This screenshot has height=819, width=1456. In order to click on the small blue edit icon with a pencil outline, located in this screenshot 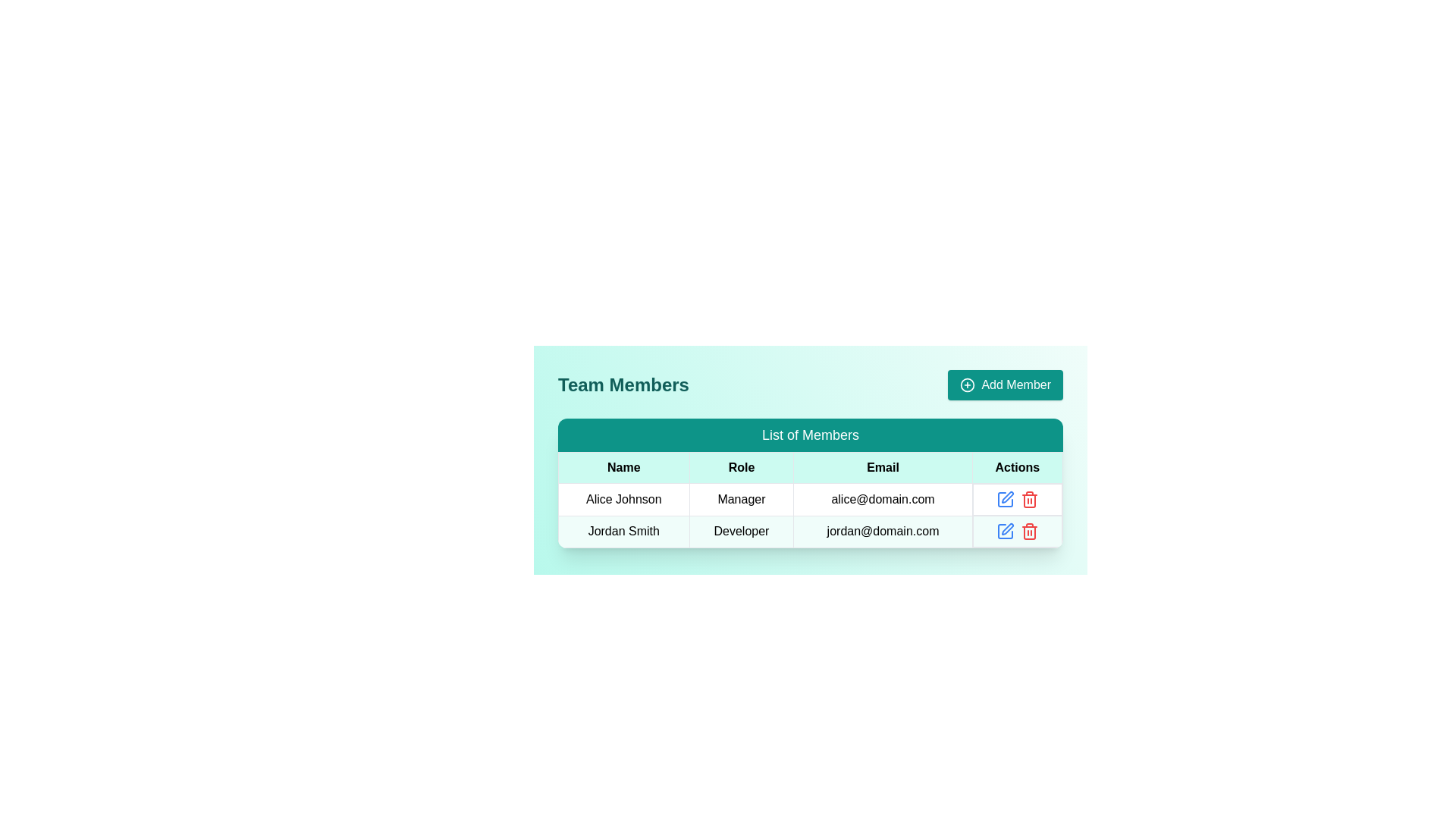, I will do `click(1005, 500)`.